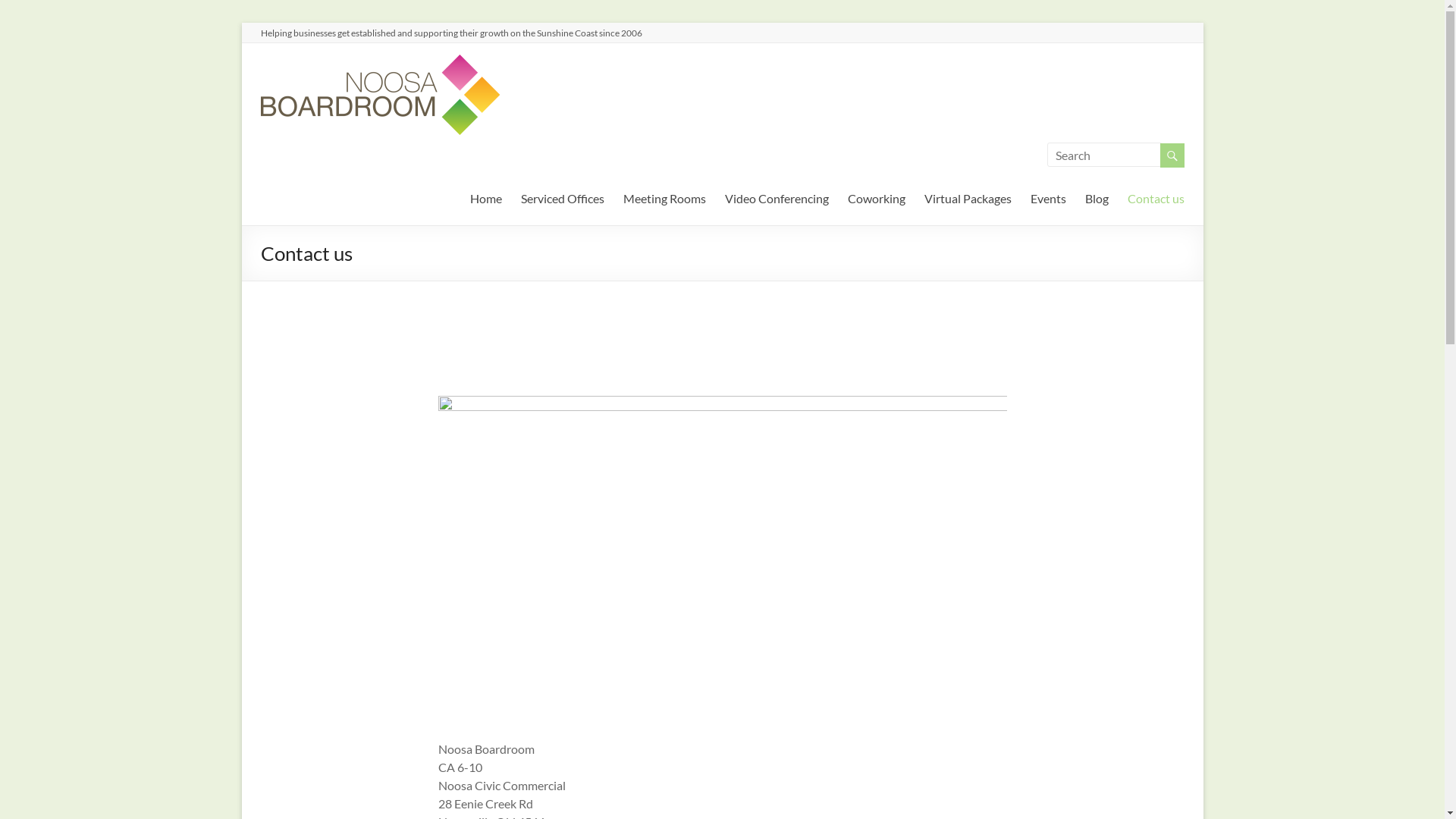 Image resolution: width=1456 pixels, height=819 pixels. What do you see at coordinates (623, 76) in the screenshot?
I see `'Noosa Boardroom'` at bounding box center [623, 76].